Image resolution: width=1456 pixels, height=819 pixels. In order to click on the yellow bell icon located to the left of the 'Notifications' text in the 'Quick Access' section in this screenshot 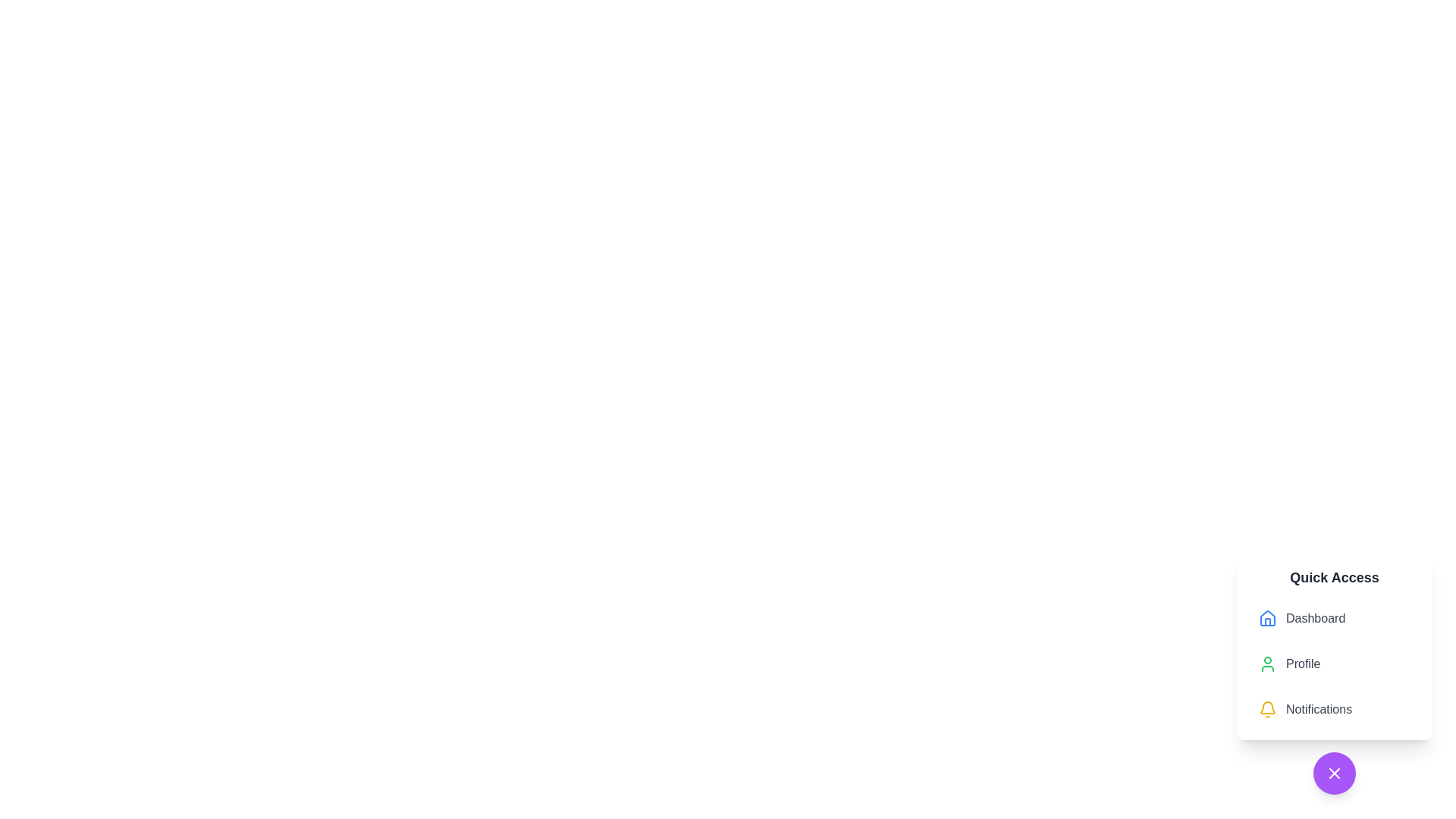, I will do `click(1267, 710)`.